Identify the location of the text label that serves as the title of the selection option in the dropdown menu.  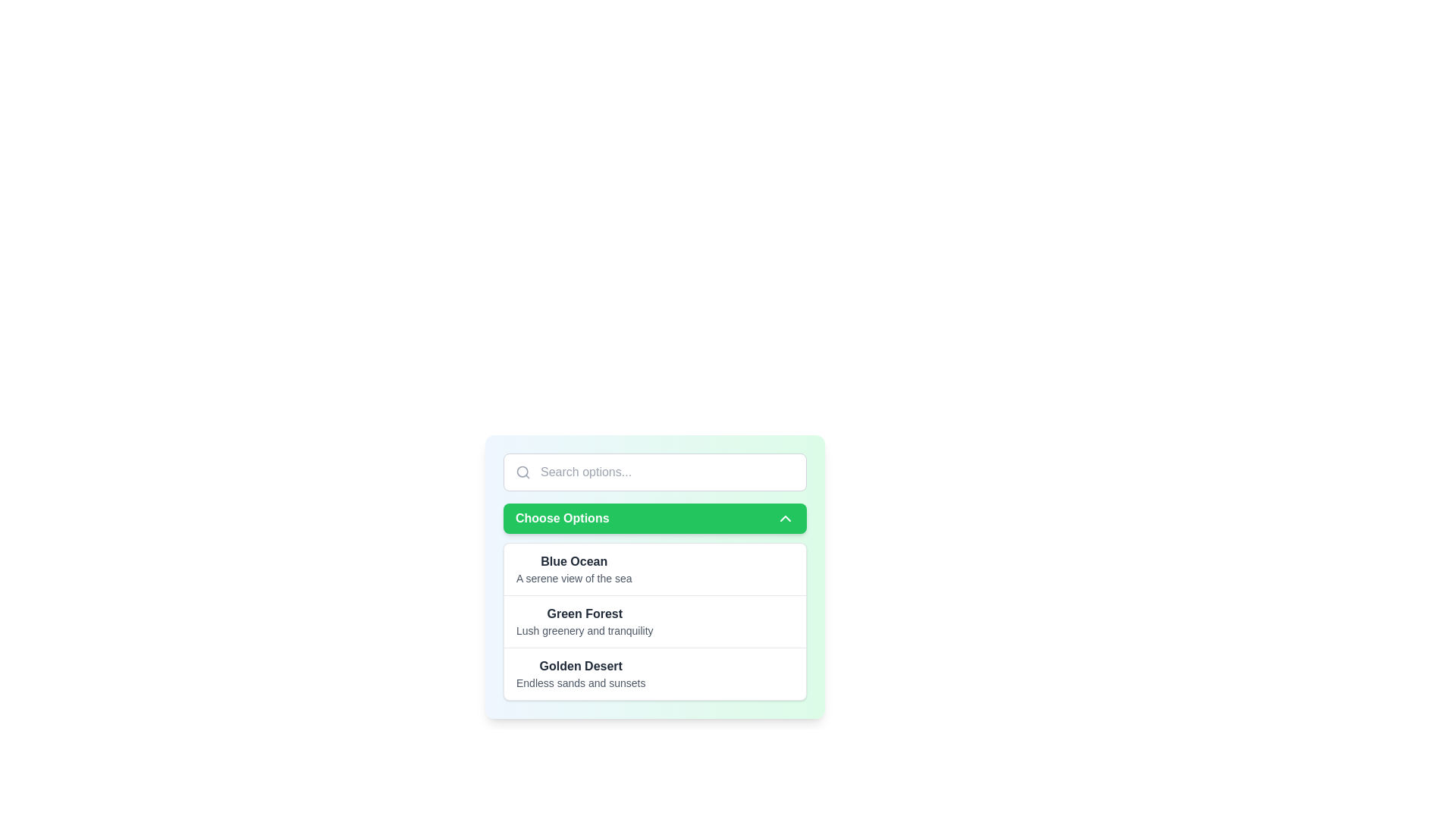
(580, 666).